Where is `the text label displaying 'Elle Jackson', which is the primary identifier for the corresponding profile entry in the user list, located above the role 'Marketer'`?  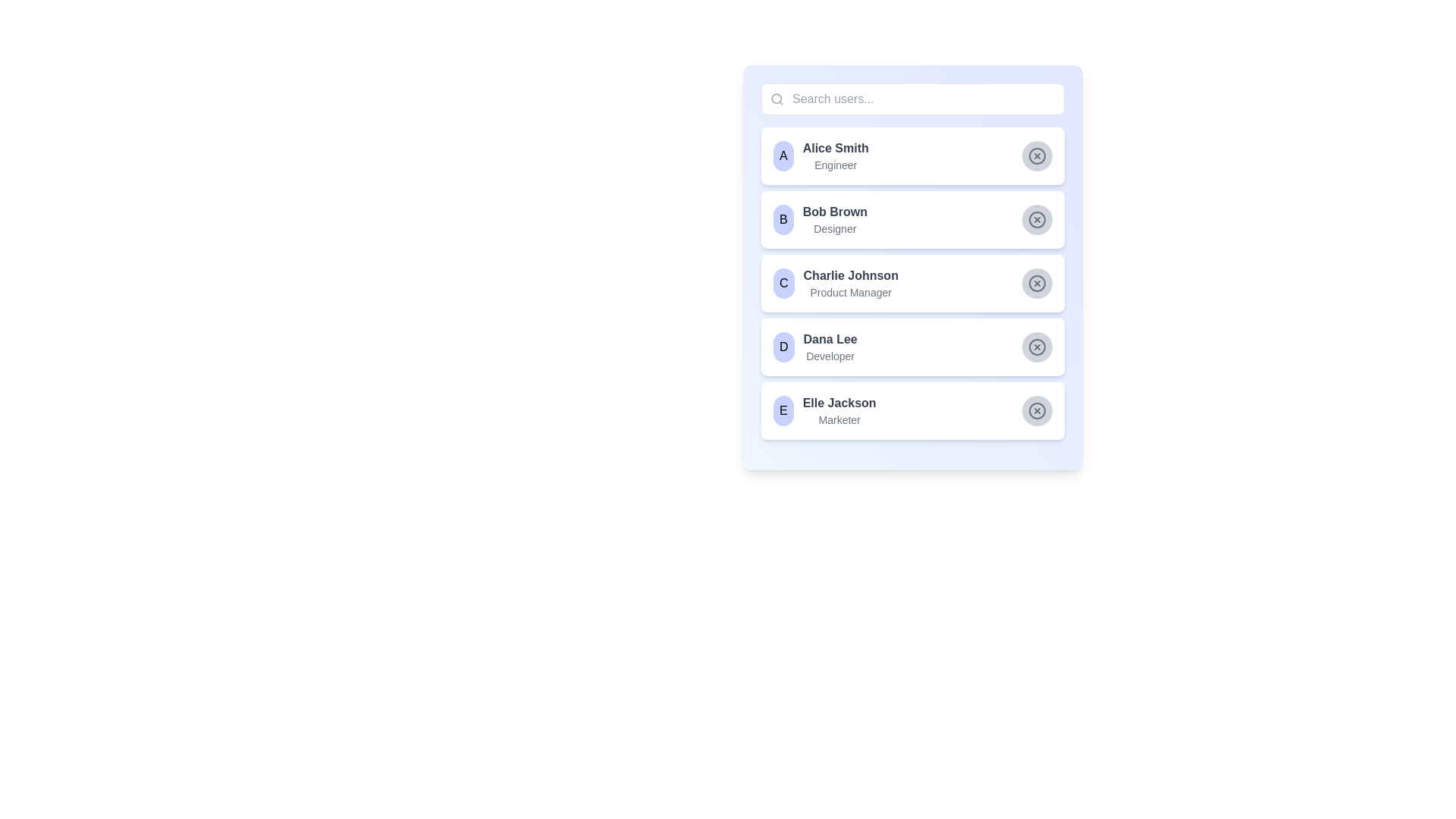
the text label displaying 'Elle Jackson', which is the primary identifier for the corresponding profile entry in the user list, located above the role 'Marketer' is located at coordinates (839, 403).